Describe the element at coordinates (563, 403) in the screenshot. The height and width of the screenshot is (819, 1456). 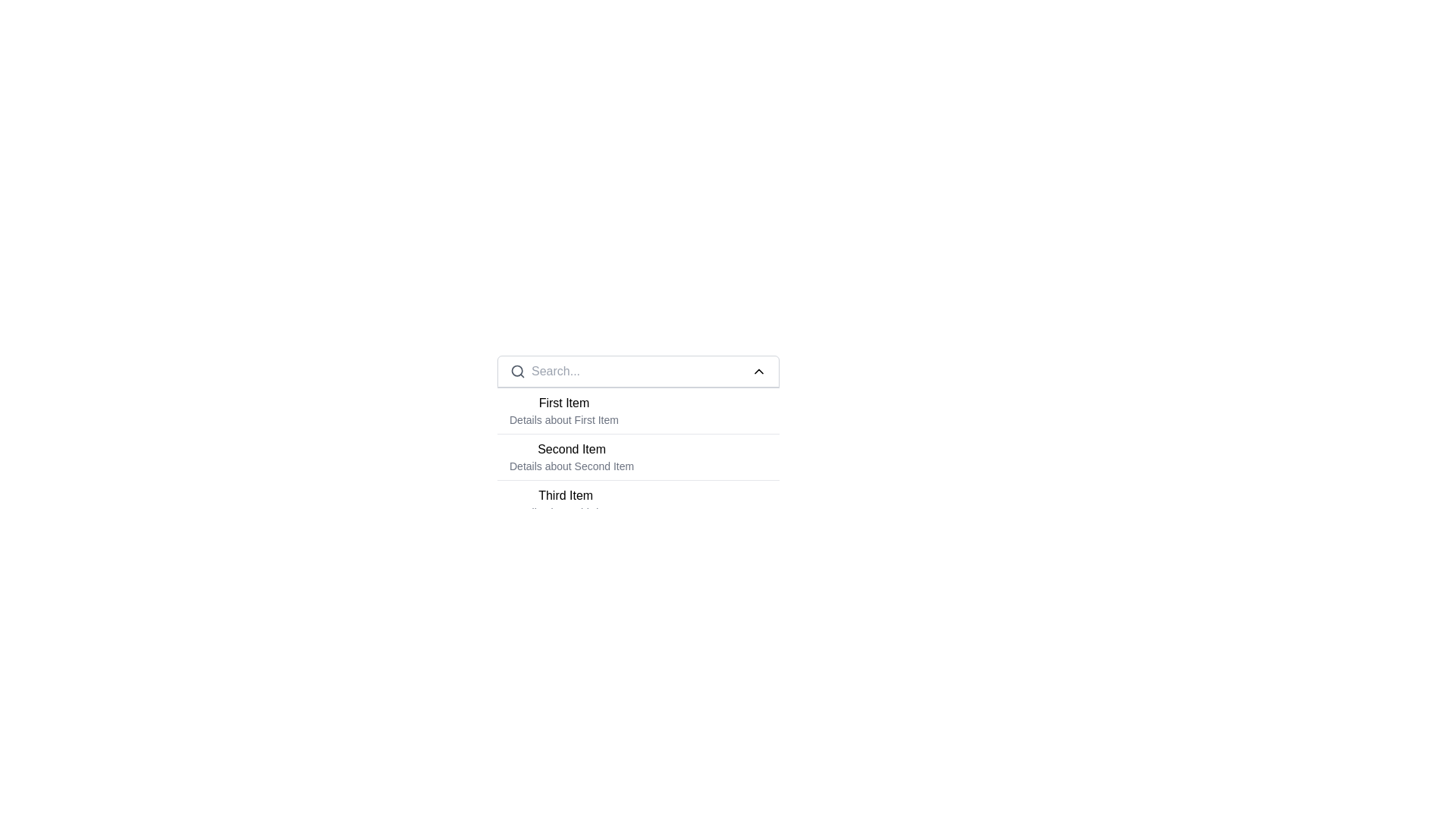
I see `the text label reading 'First Item', which is styled in bold and located at the top of a list below a search bar` at that location.